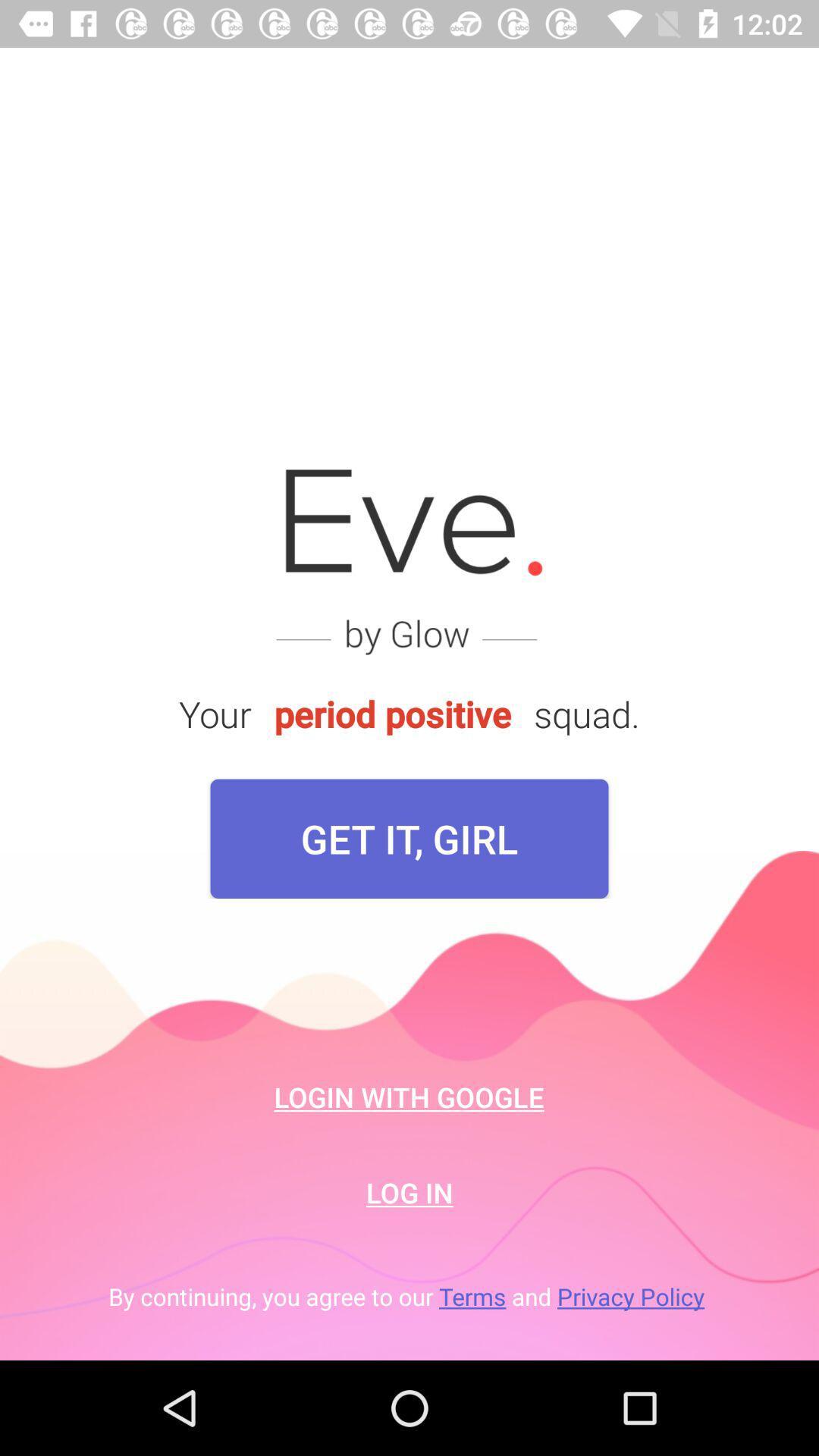  Describe the element at coordinates (408, 1097) in the screenshot. I see `the icon below the get it, girl item` at that location.